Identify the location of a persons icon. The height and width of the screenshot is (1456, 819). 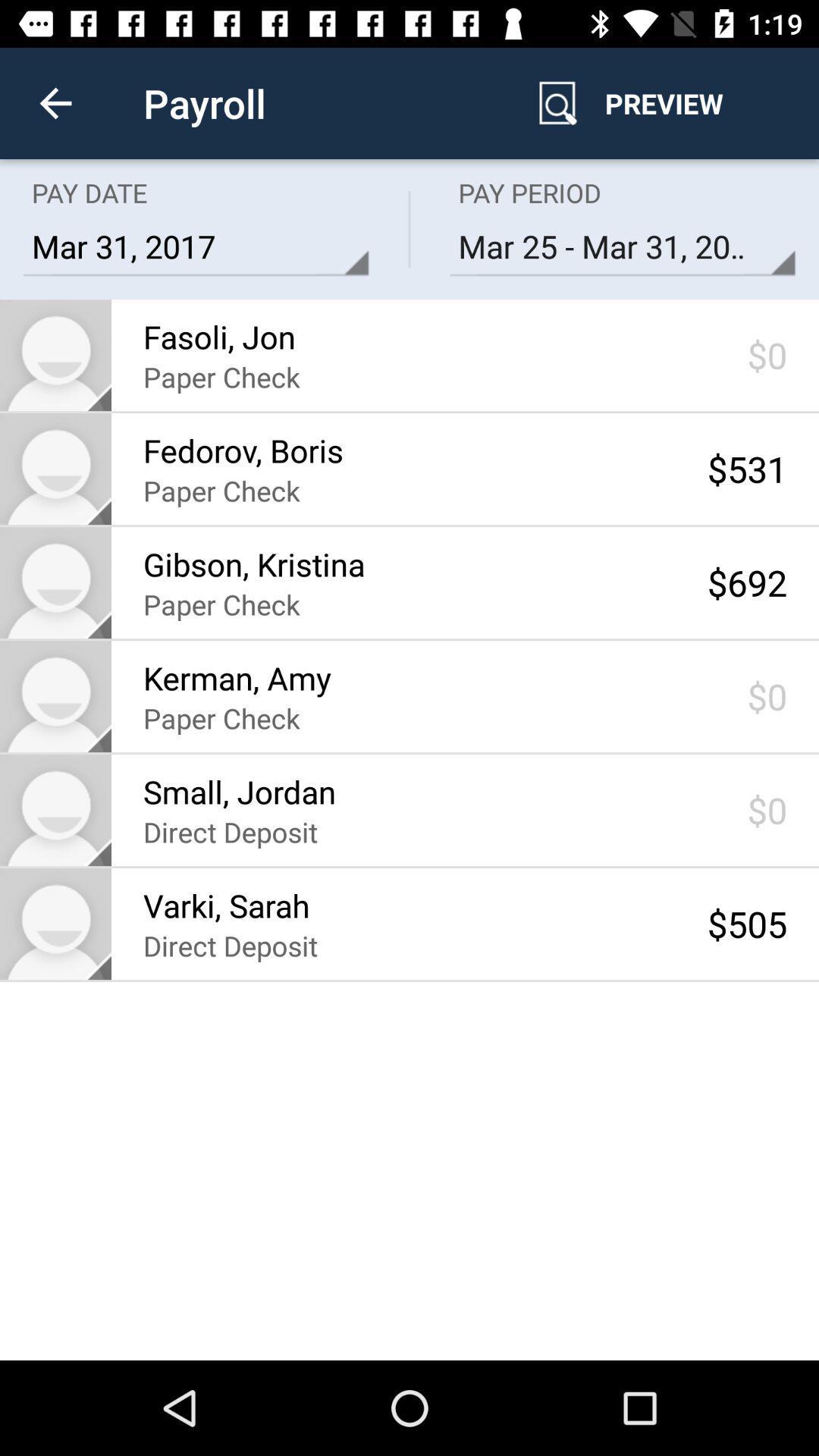
(55, 468).